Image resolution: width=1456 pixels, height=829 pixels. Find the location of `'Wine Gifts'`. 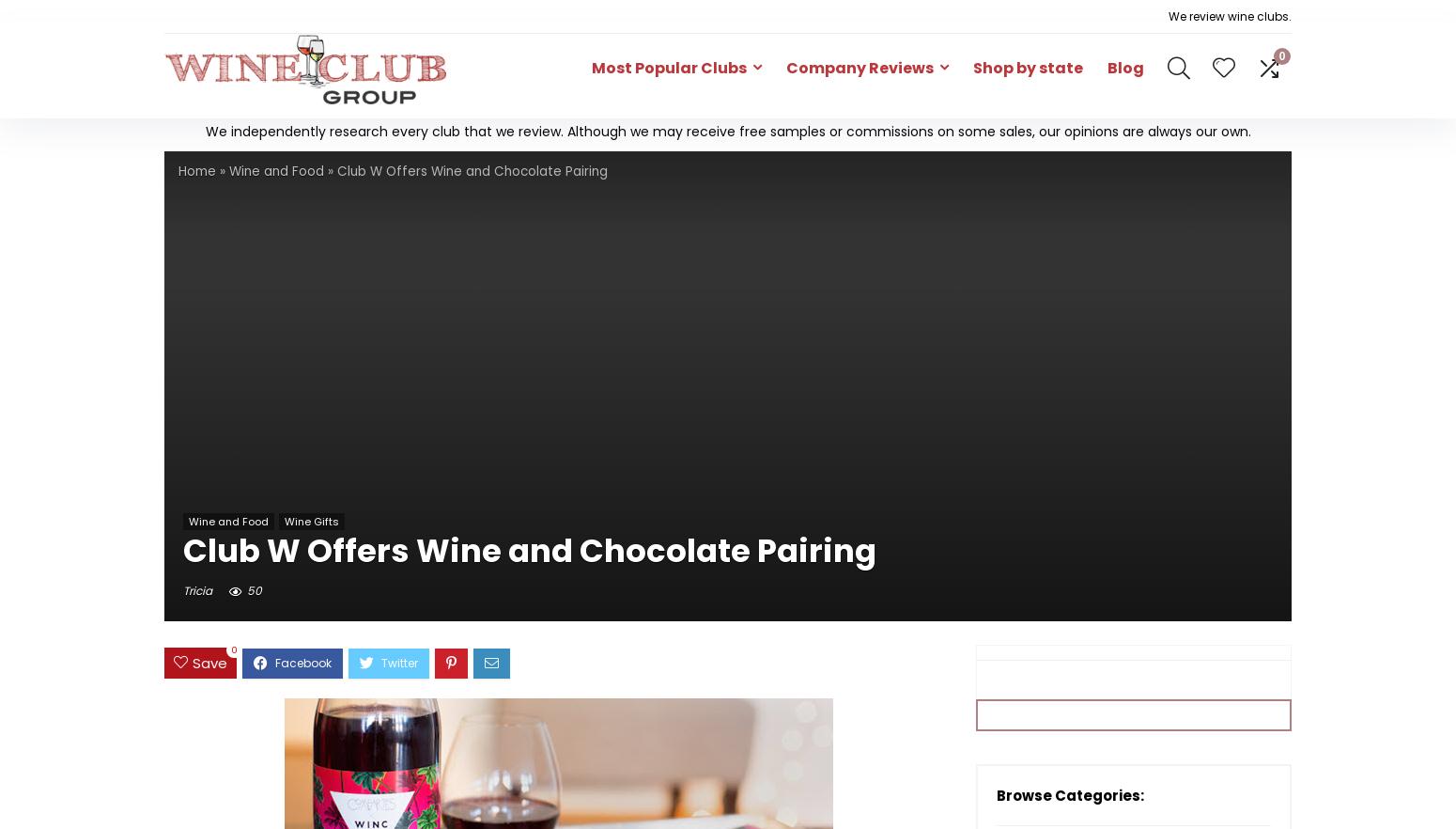

'Wine Gifts' is located at coordinates (311, 519).